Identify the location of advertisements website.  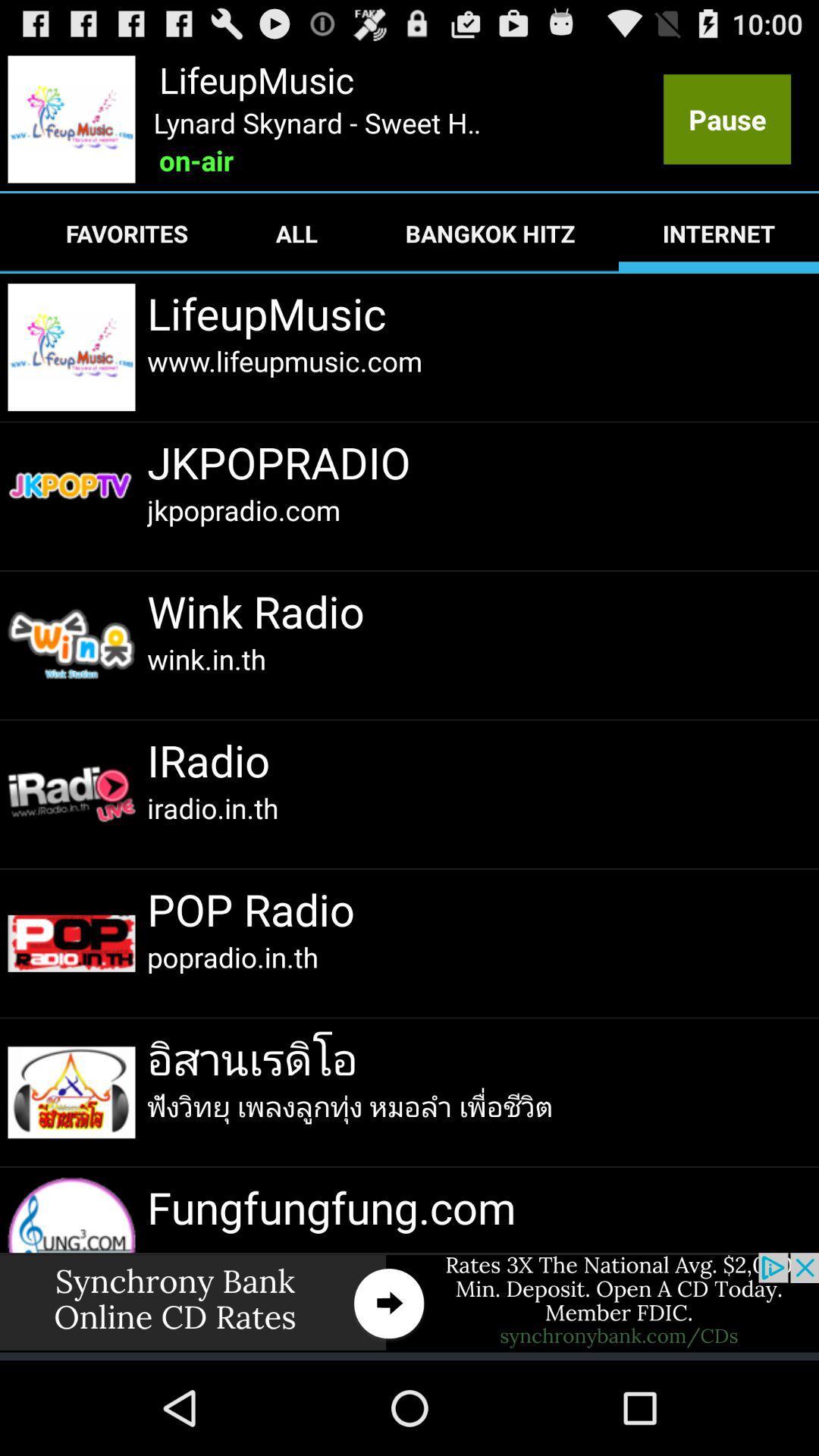
(409, 1301).